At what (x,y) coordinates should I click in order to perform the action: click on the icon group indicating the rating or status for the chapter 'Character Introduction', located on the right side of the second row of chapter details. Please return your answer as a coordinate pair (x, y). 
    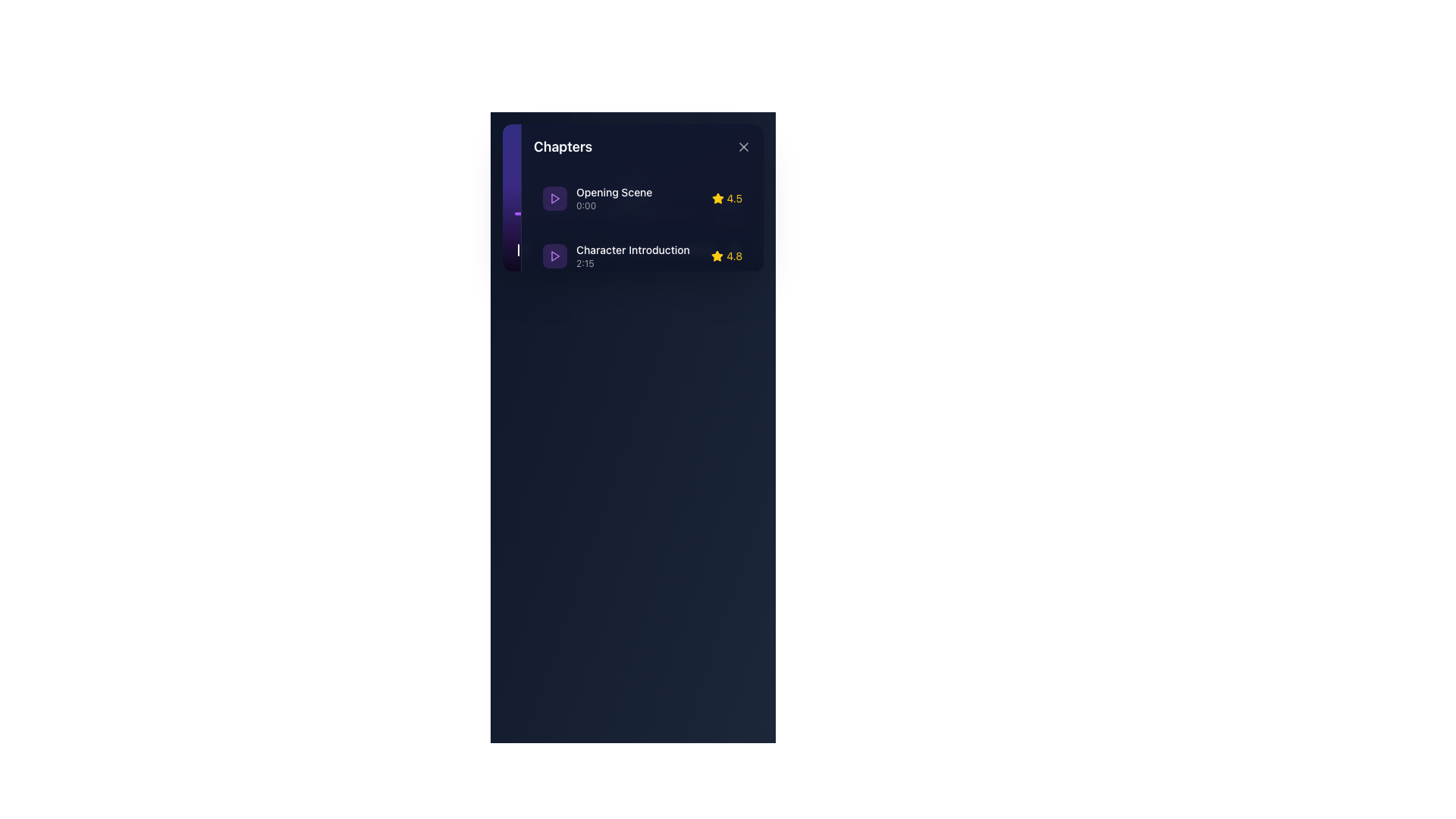
    Looking at the image, I should click on (735, 249).